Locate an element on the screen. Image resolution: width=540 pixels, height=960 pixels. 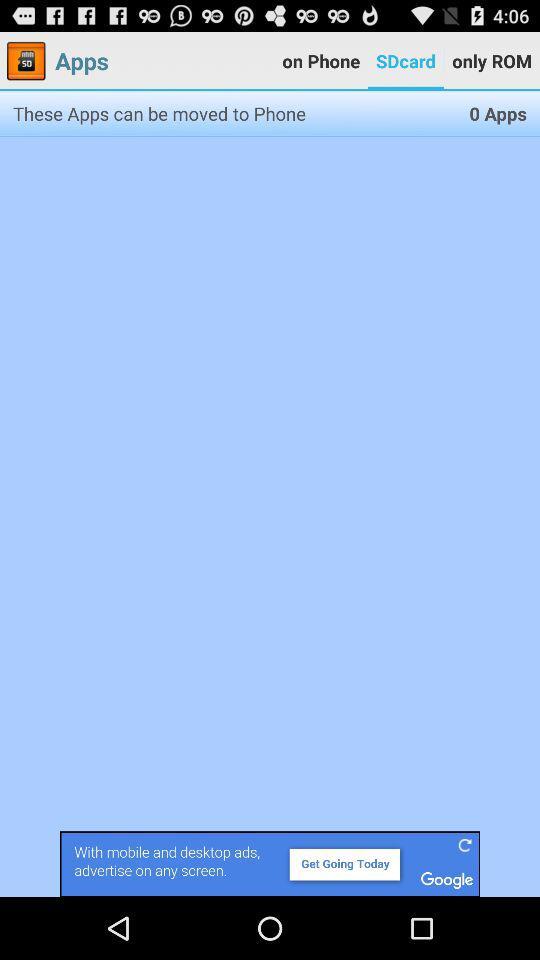
sdcard which is at top of the page is located at coordinates (405, 61).